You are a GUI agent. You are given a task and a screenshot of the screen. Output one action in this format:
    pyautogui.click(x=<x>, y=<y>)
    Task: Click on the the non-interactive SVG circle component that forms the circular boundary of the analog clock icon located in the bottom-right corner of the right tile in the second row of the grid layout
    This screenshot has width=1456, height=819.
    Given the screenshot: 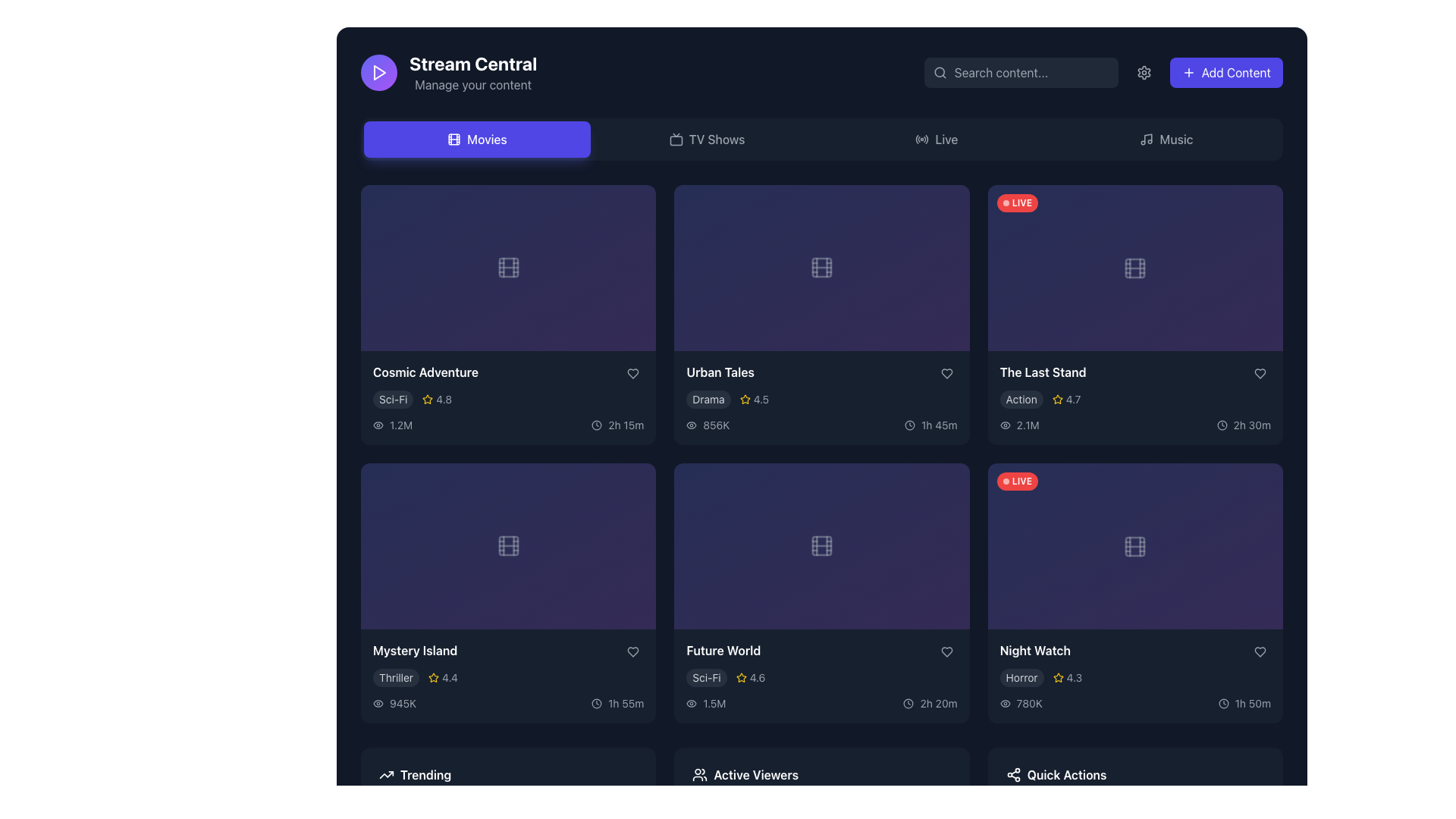 What is the action you would take?
    pyautogui.click(x=596, y=703)
    